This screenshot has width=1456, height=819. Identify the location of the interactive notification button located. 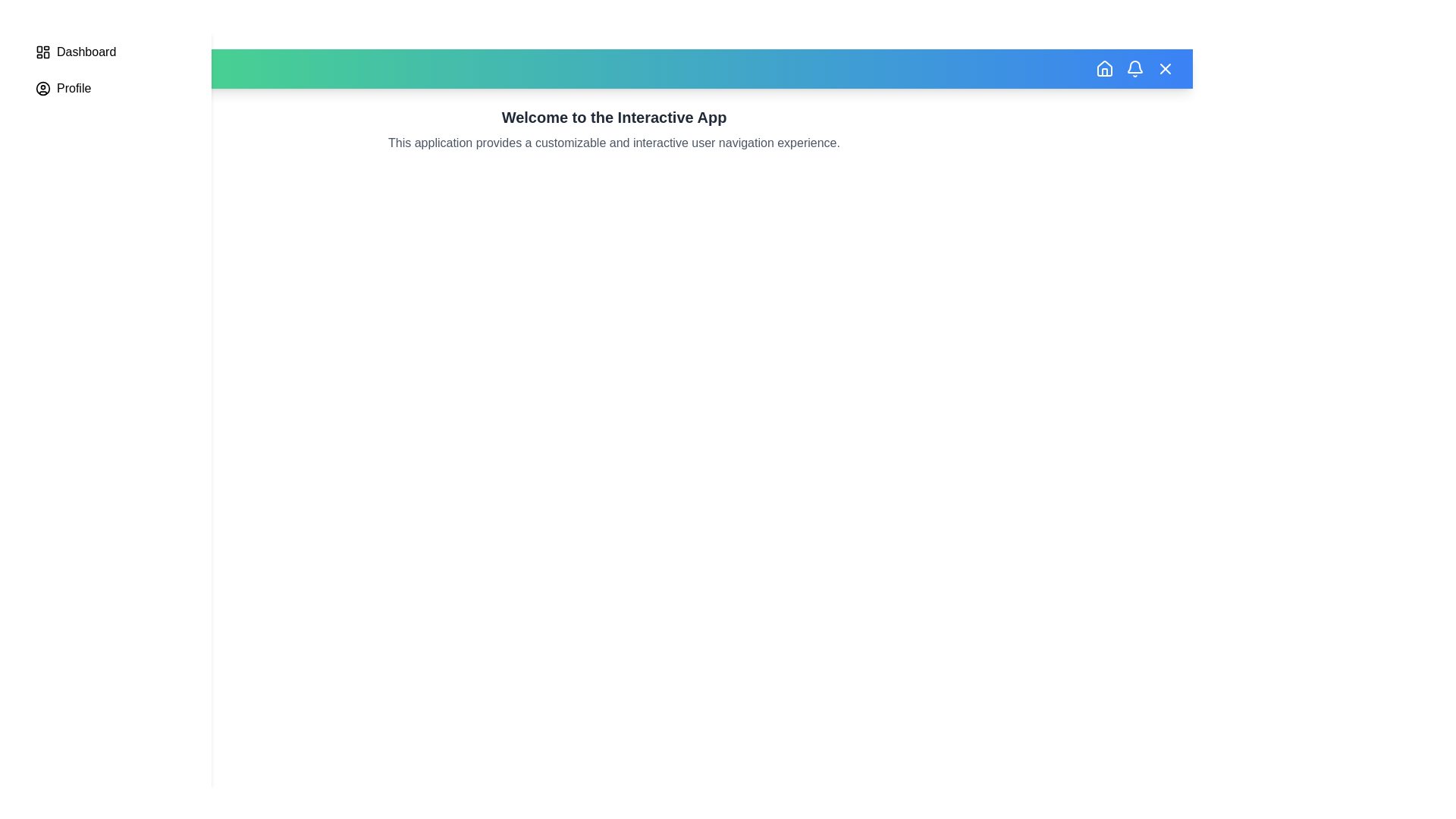
(1135, 69).